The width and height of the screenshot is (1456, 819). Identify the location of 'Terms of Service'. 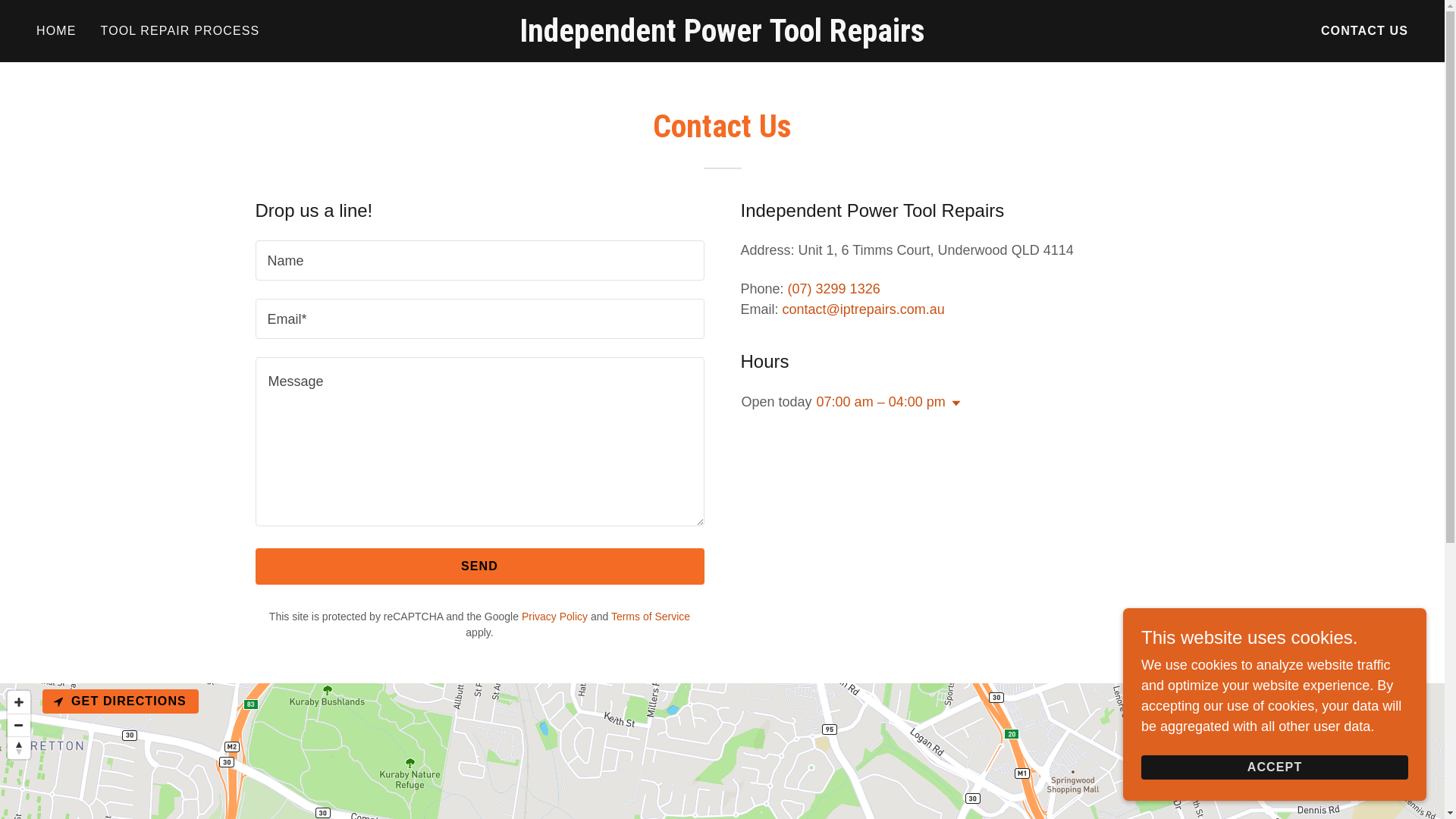
(651, 617).